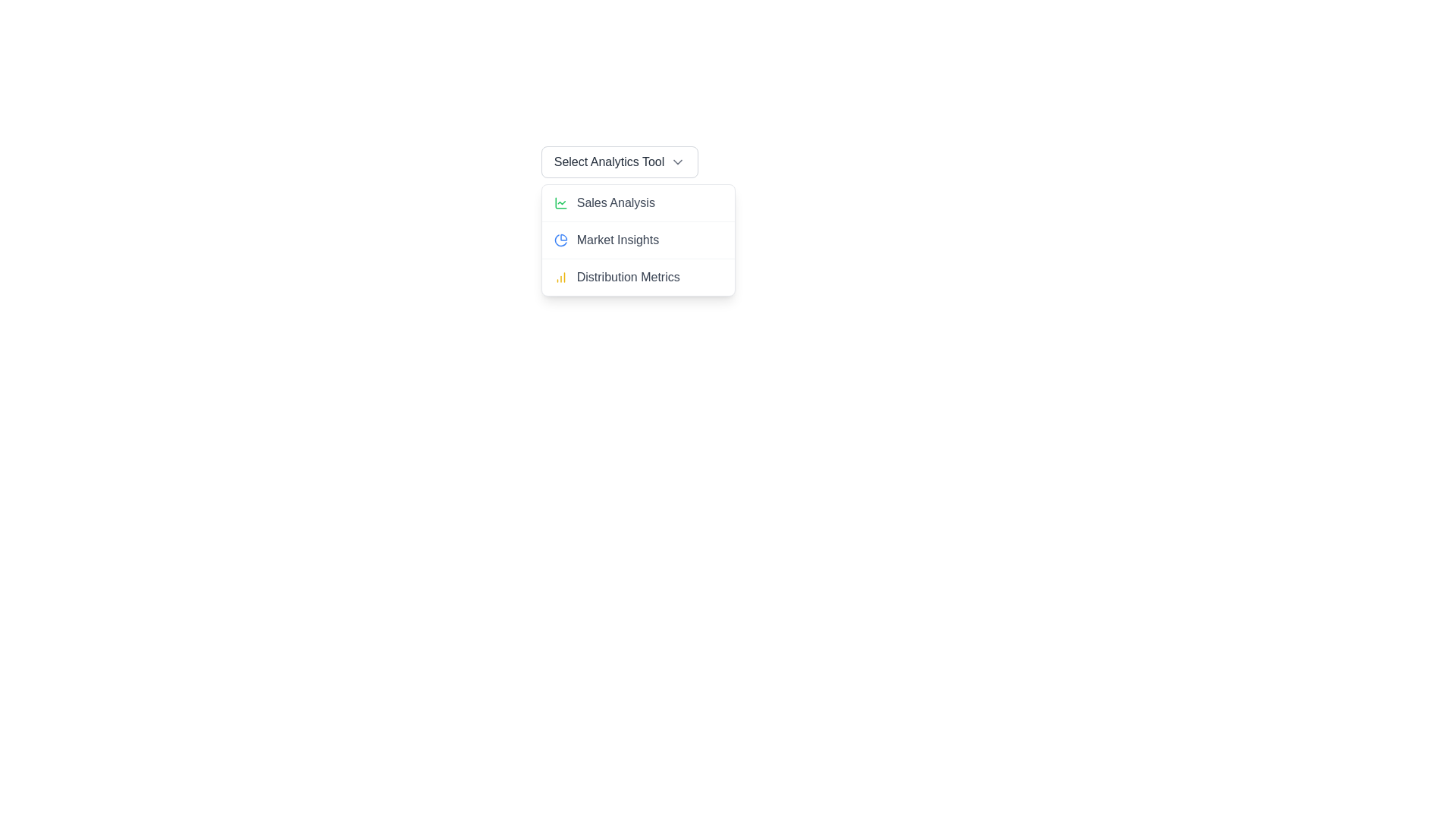 The image size is (1456, 819). Describe the element at coordinates (638, 202) in the screenshot. I see `the topmost list item labeled 'Sales Analysis', which is styled in gray and positioned directly below the menu header 'Select Analytics Tool'` at that location.